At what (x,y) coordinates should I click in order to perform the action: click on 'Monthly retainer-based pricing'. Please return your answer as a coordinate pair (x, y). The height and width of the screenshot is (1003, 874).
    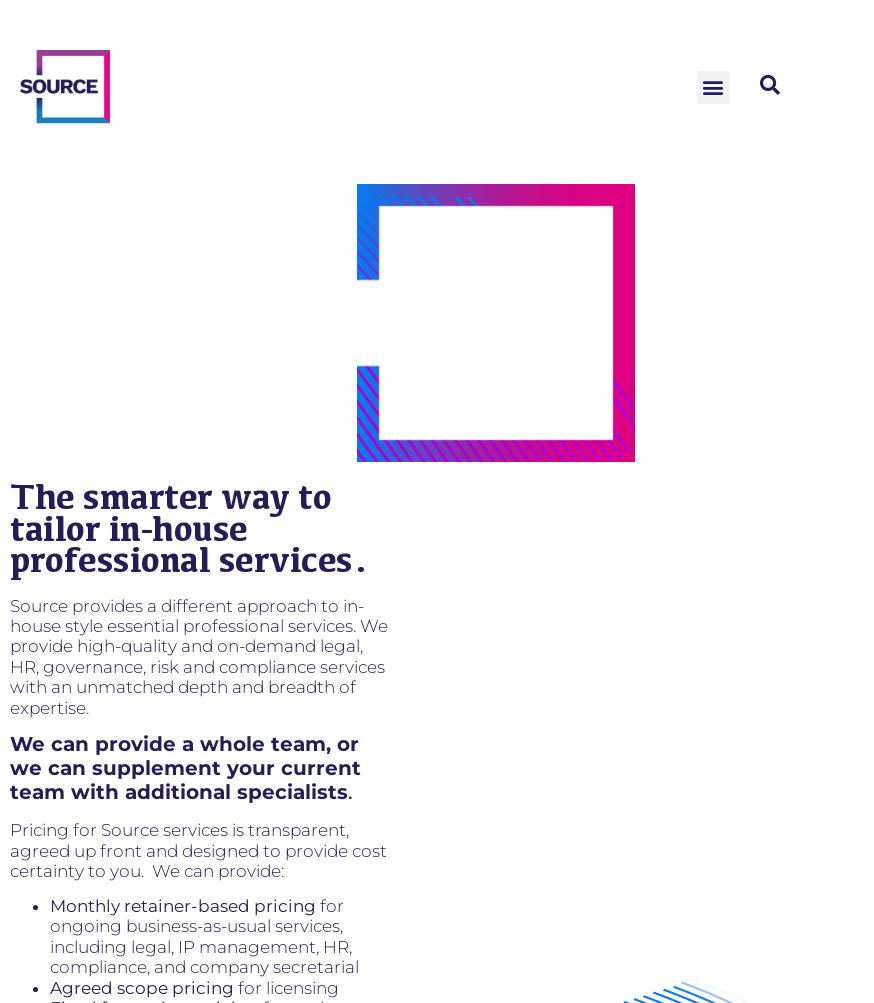
    Looking at the image, I should click on (182, 904).